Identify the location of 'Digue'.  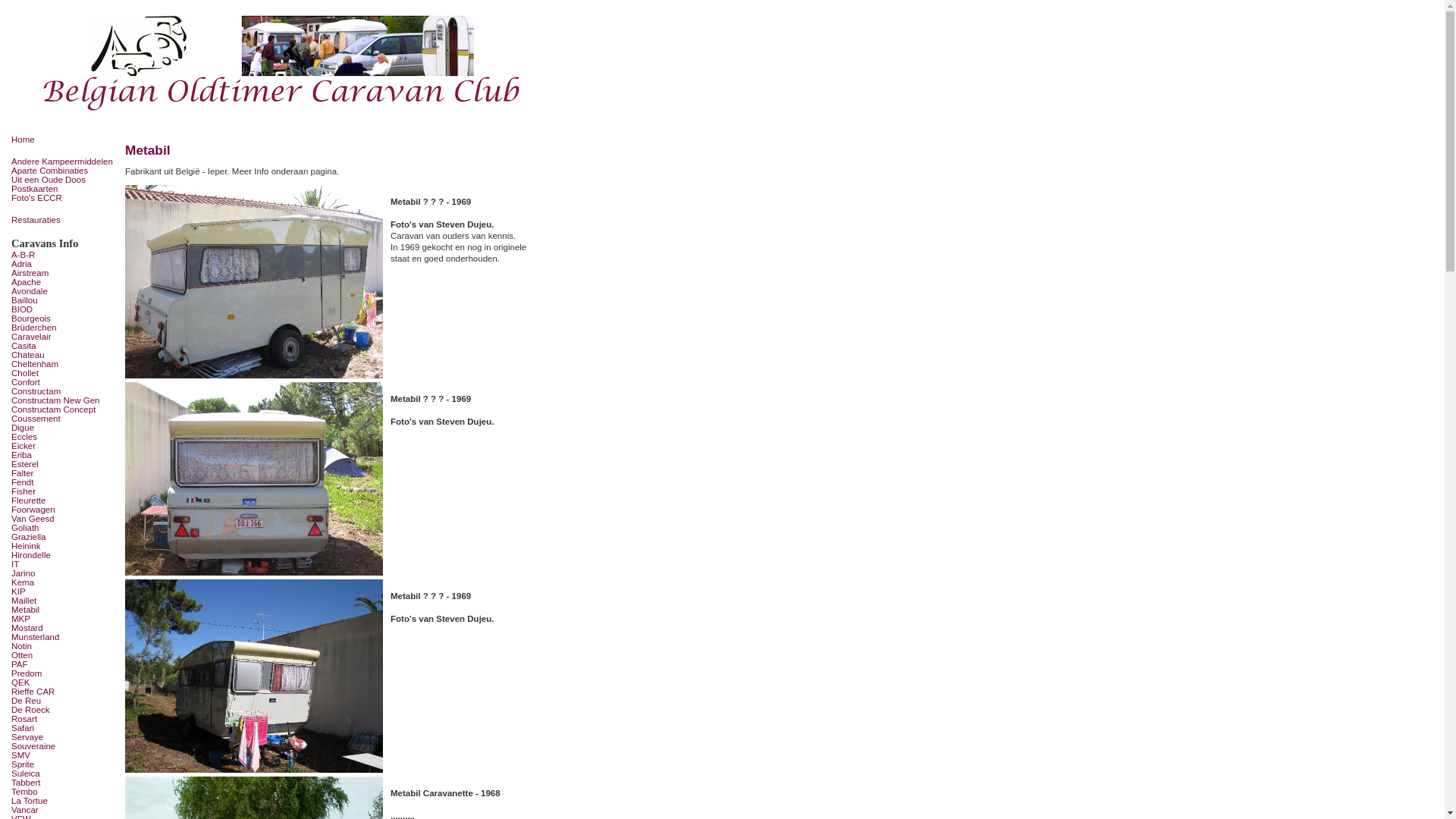
(64, 427).